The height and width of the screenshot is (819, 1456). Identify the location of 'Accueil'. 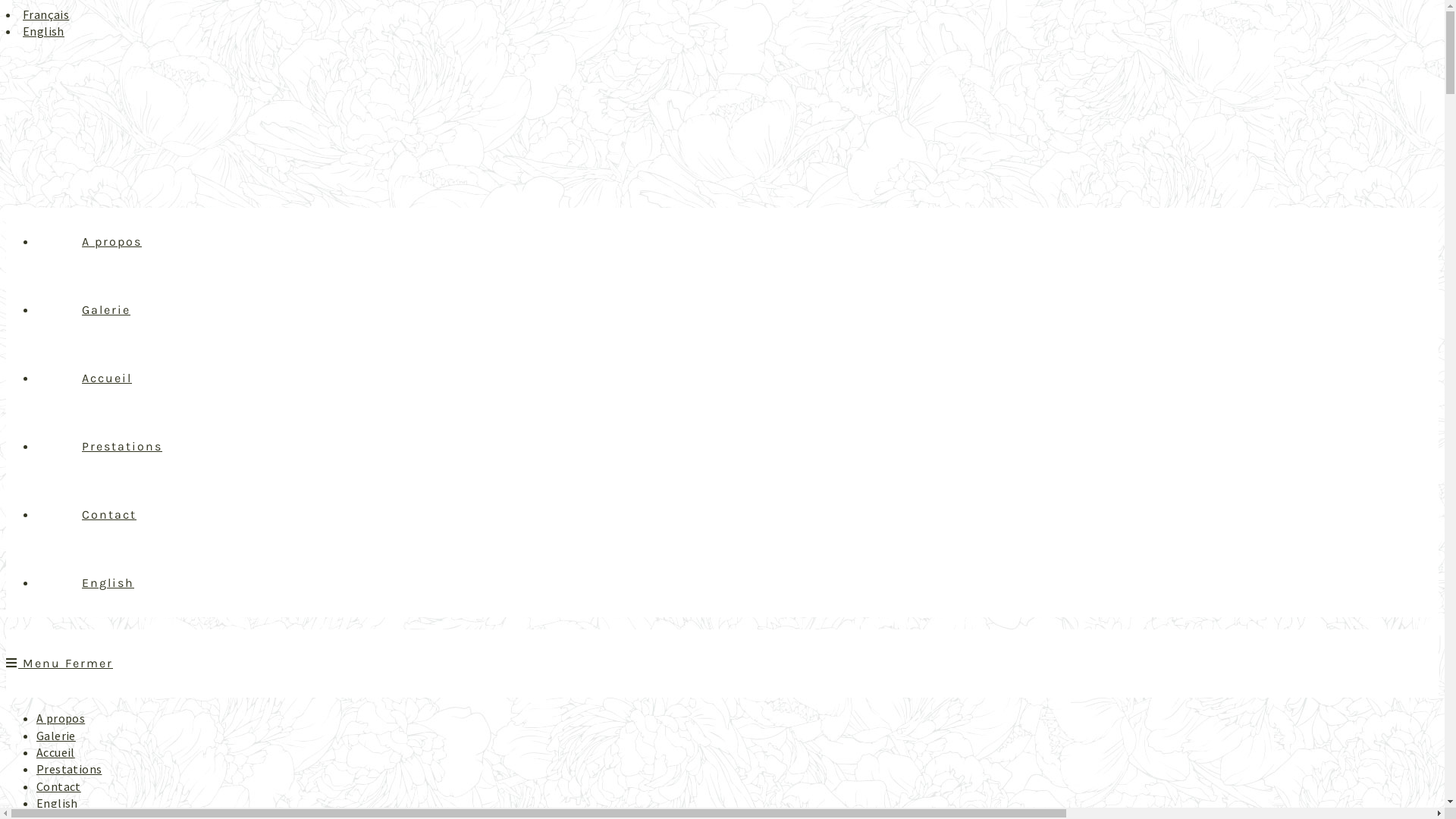
(36, 752).